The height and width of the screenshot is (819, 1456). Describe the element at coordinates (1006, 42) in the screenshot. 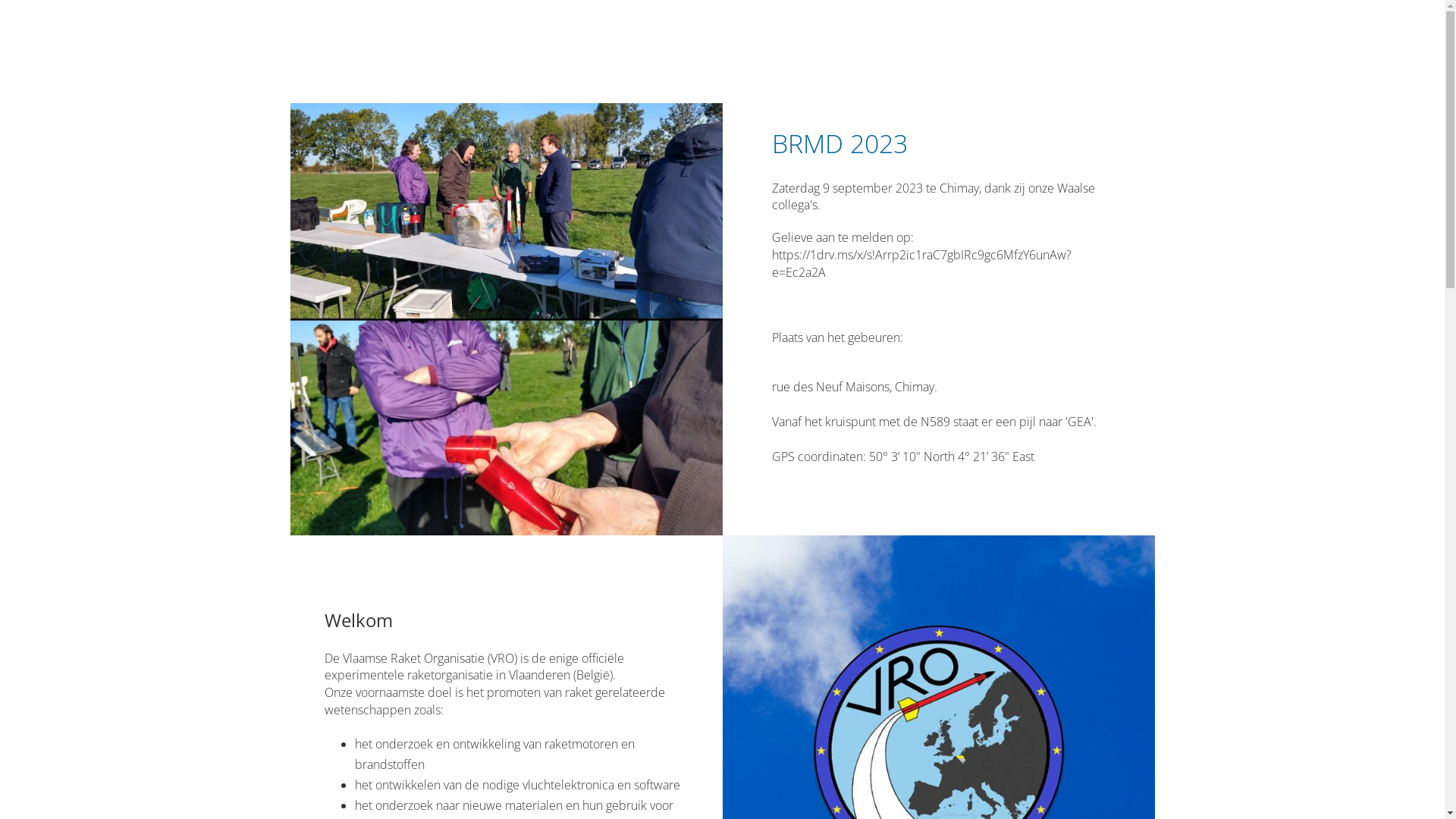

I see `'eShop'` at that location.